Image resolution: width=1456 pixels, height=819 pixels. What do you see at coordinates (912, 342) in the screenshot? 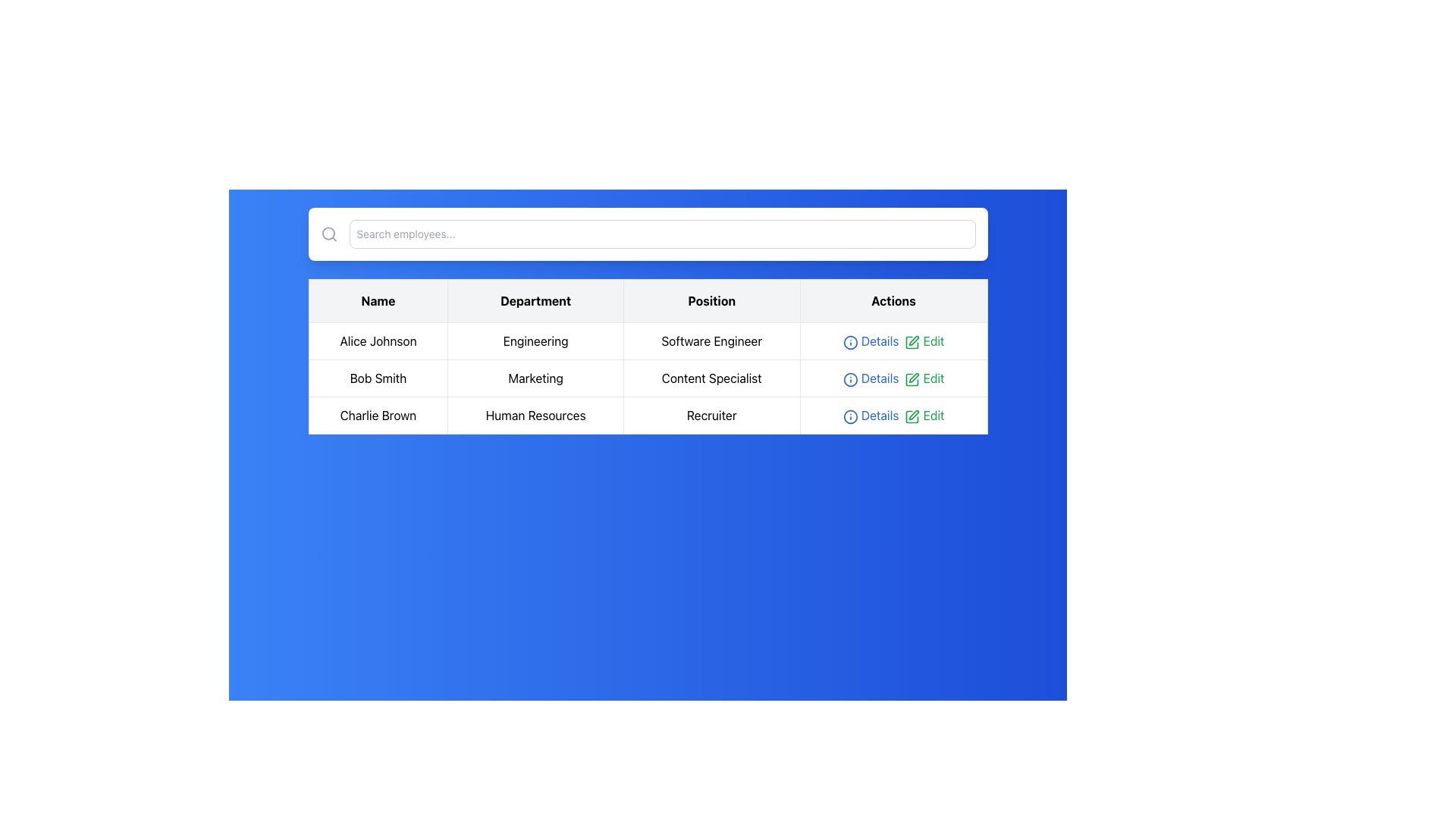
I see `the 'Edit' icon located in the 'Actions' column of the table, which is positioned to the left of the 'Edit' text` at bounding box center [912, 342].